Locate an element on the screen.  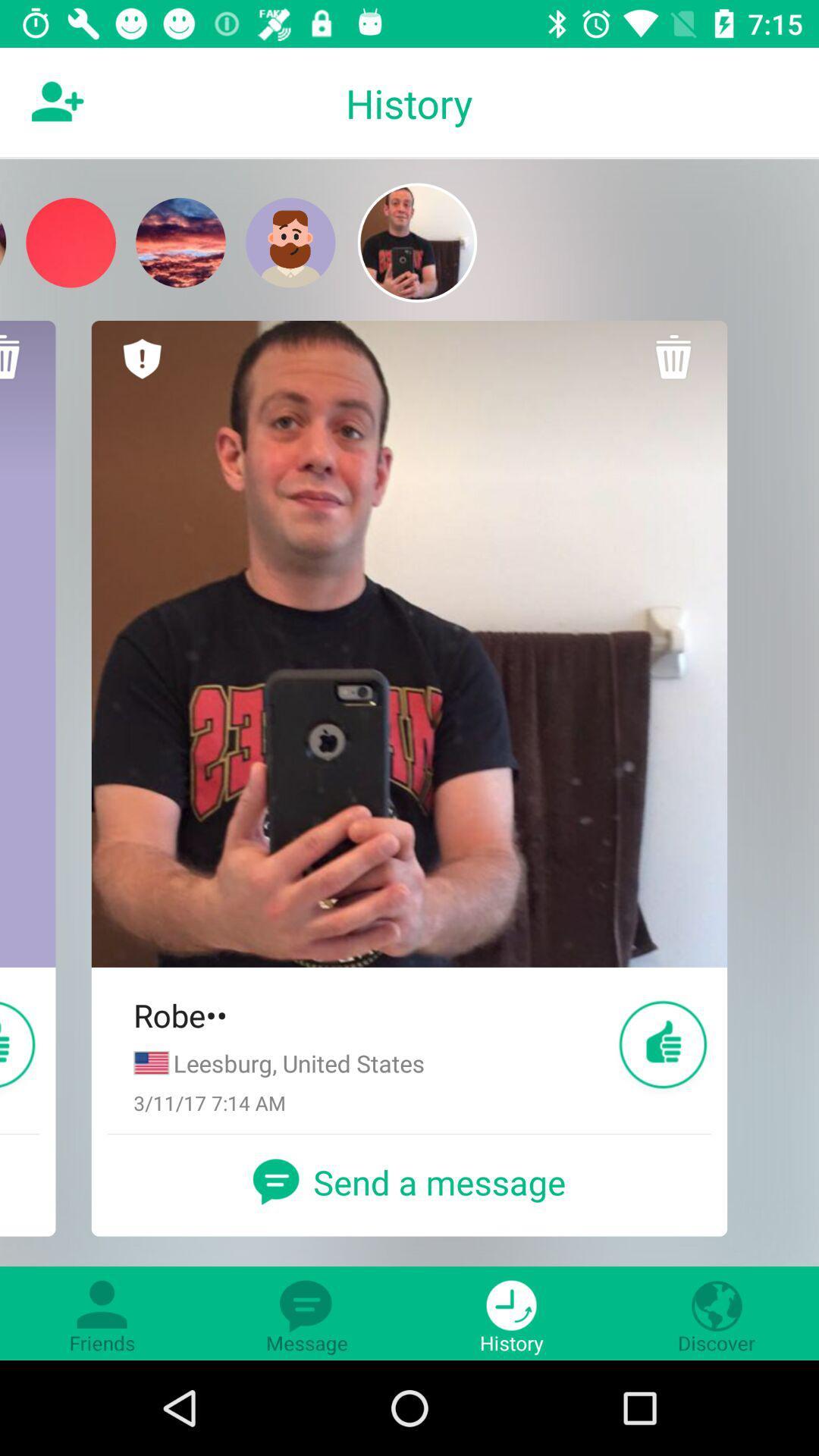
the icon history which is left side of the discover is located at coordinates (512, 1313).